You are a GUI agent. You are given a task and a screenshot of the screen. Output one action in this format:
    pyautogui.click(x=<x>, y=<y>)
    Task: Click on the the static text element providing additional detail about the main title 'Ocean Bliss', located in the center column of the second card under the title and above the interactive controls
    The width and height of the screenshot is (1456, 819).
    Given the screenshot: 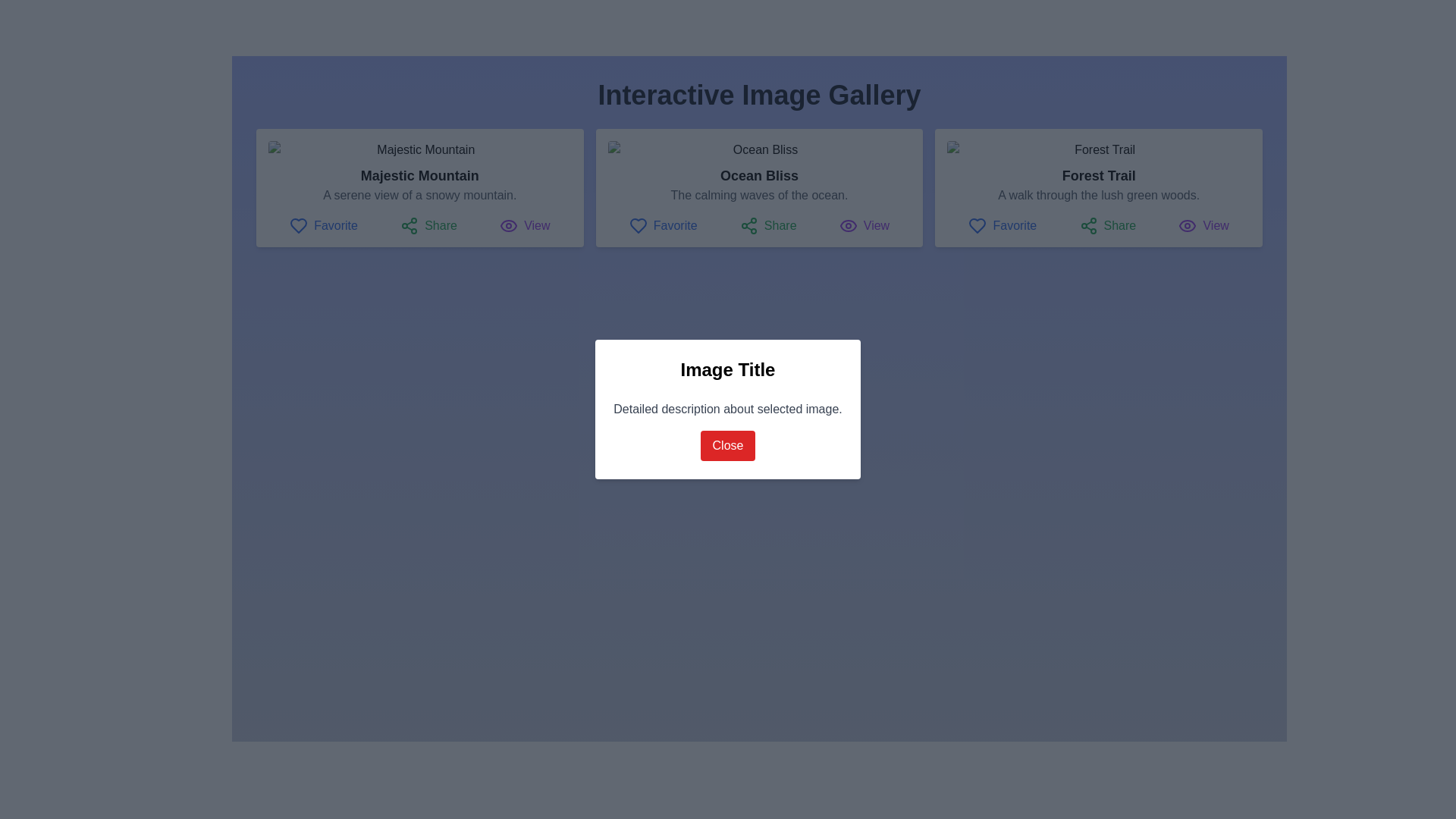 What is the action you would take?
    pyautogui.click(x=759, y=195)
    